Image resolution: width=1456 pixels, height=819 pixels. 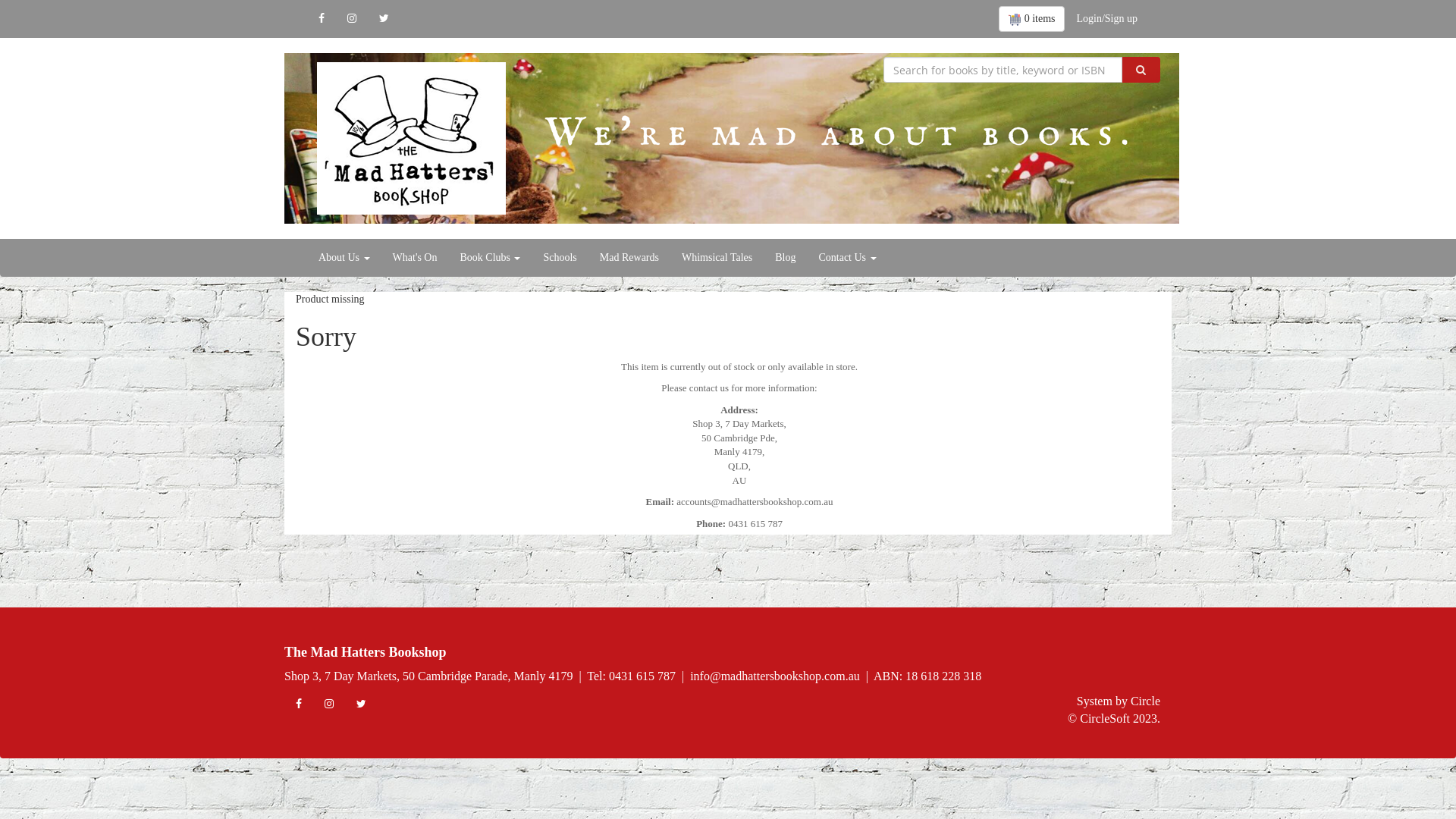 What do you see at coordinates (764, 256) in the screenshot?
I see `'Blog'` at bounding box center [764, 256].